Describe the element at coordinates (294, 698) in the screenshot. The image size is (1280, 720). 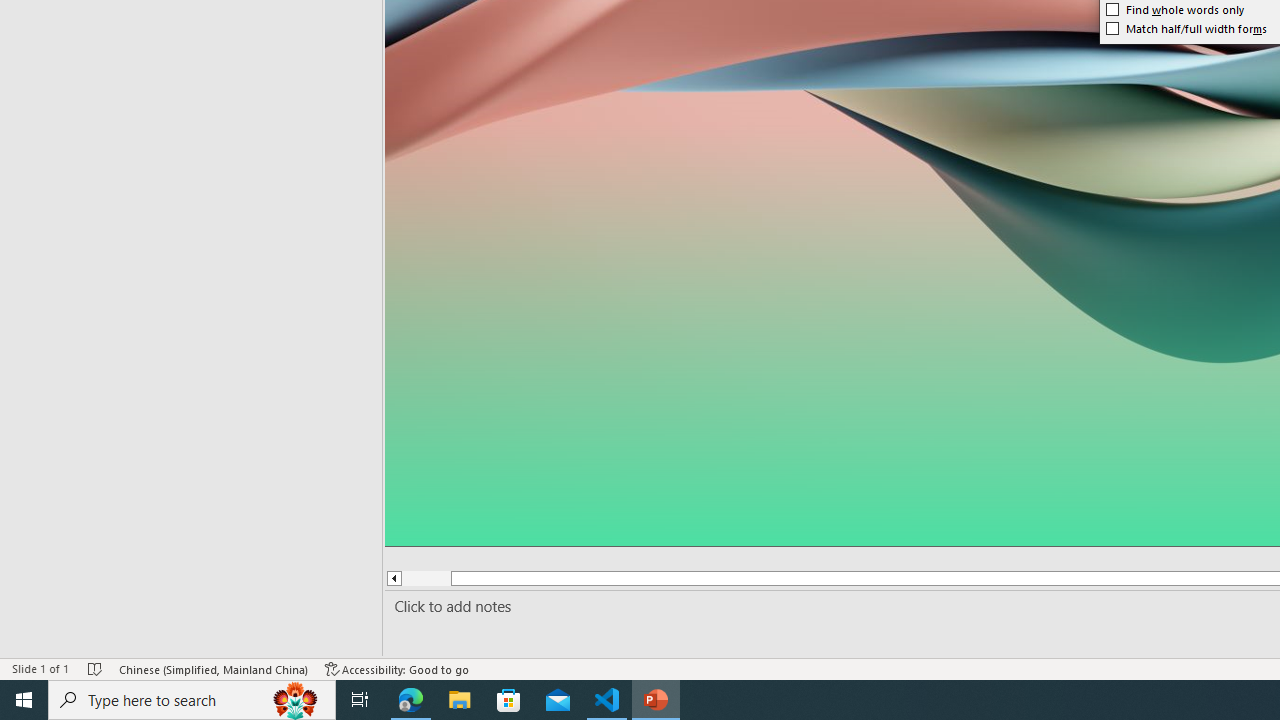
I see `'Search highlights icon opens search home window'` at that location.